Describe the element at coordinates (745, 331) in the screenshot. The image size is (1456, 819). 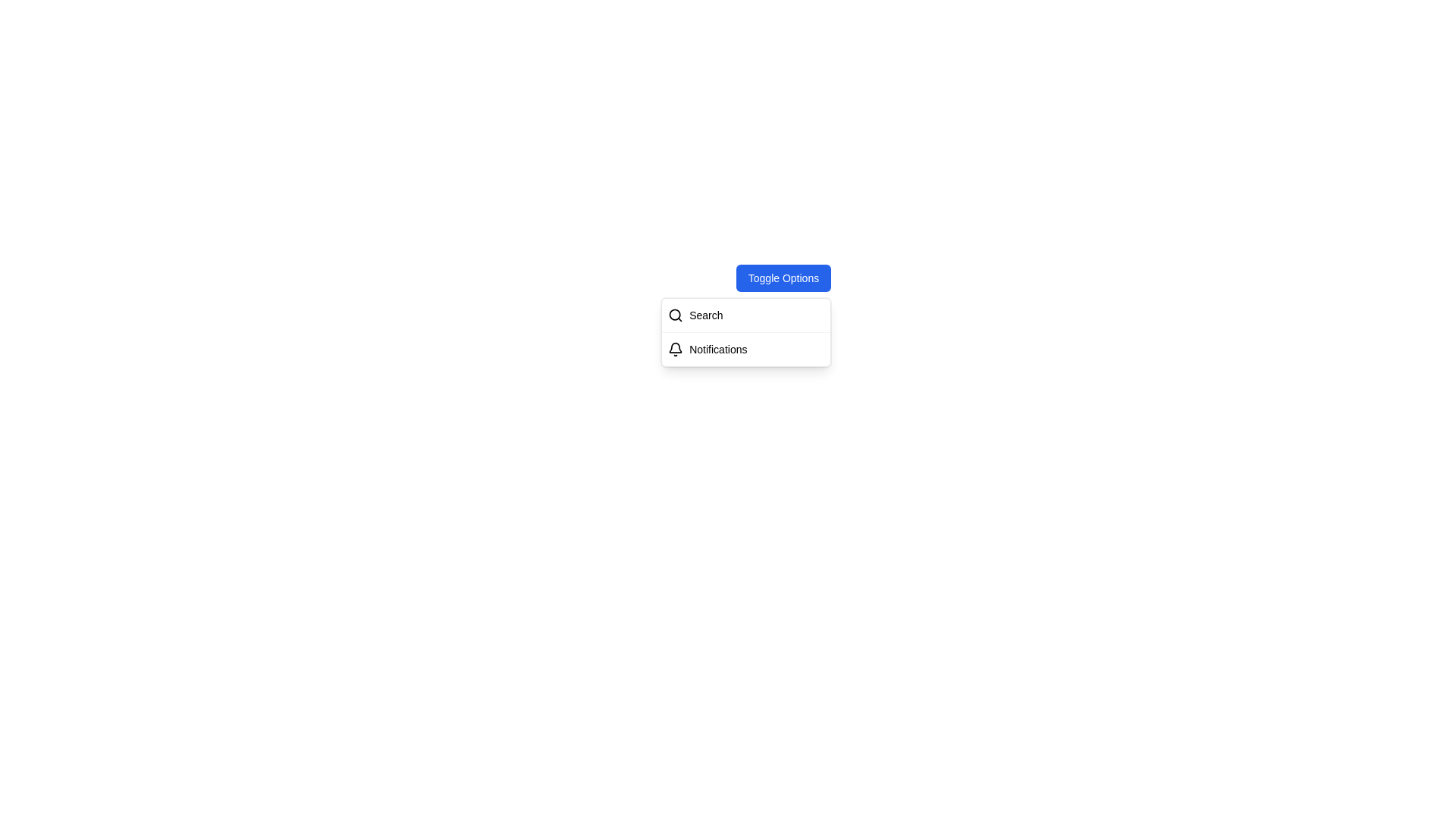
I see `the 'Search' or 'Notifications' option in the dropdown menu located under the 'Toggle Options' button` at that location.